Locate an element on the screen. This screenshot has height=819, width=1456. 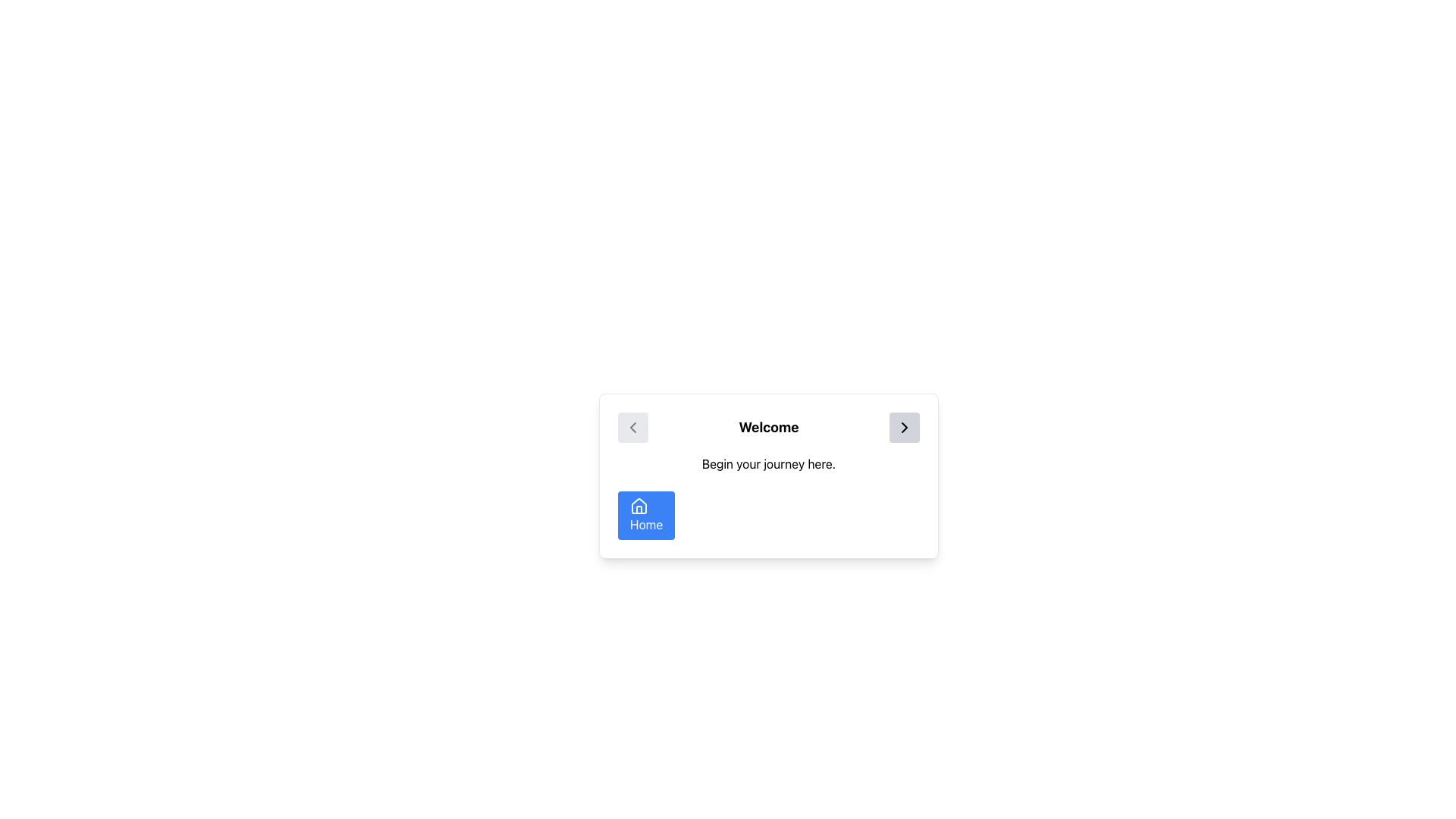
the rightward arrow icon located in the rightmost button of the navigation panel, which signifies progression is located at coordinates (904, 427).